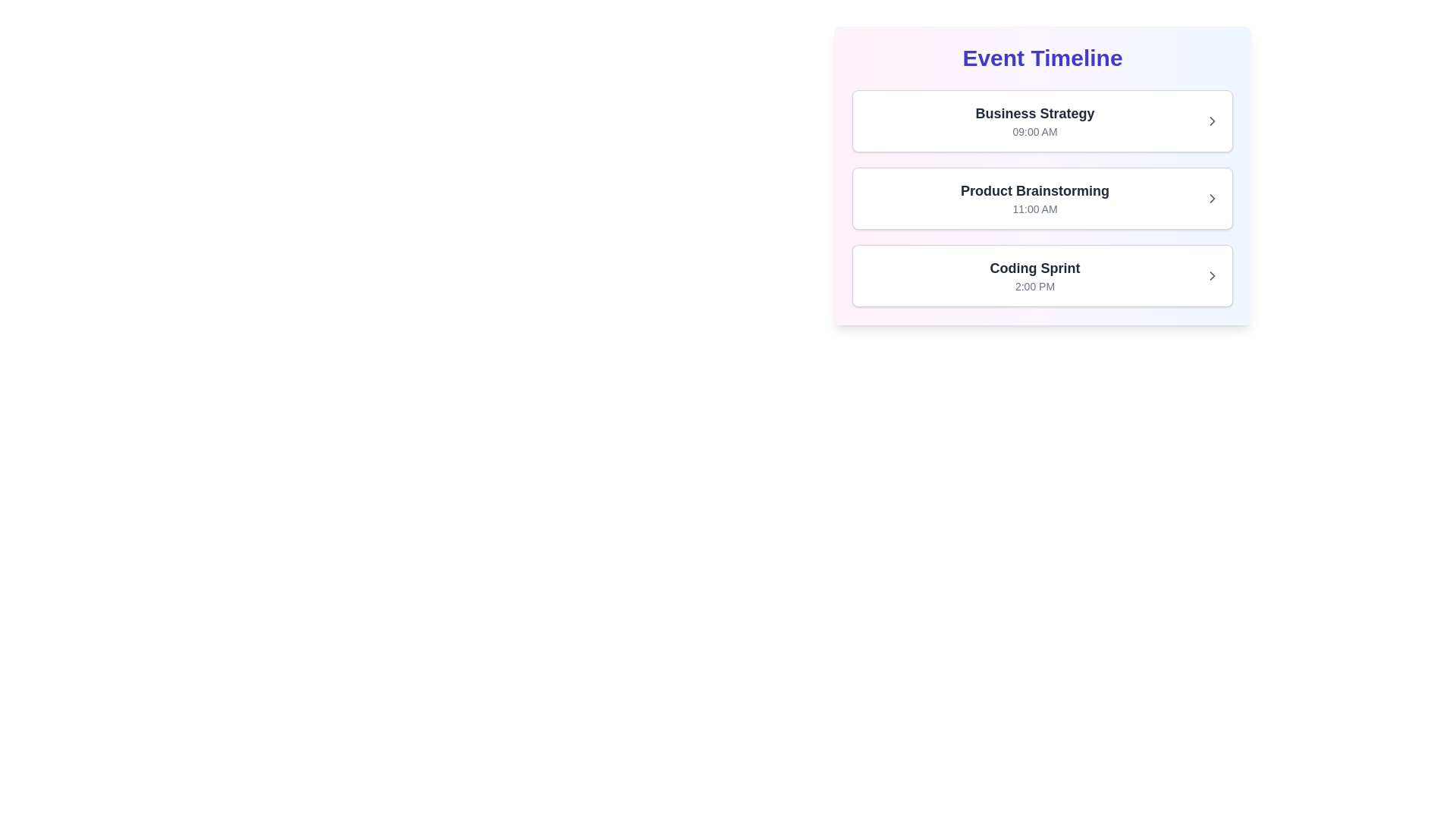  I want to click on the non-interactive card styled as a button containing 'Business Strategy' and '09:00 AM' text, located in the 'Event Timeline' section, so click(1041, 120).